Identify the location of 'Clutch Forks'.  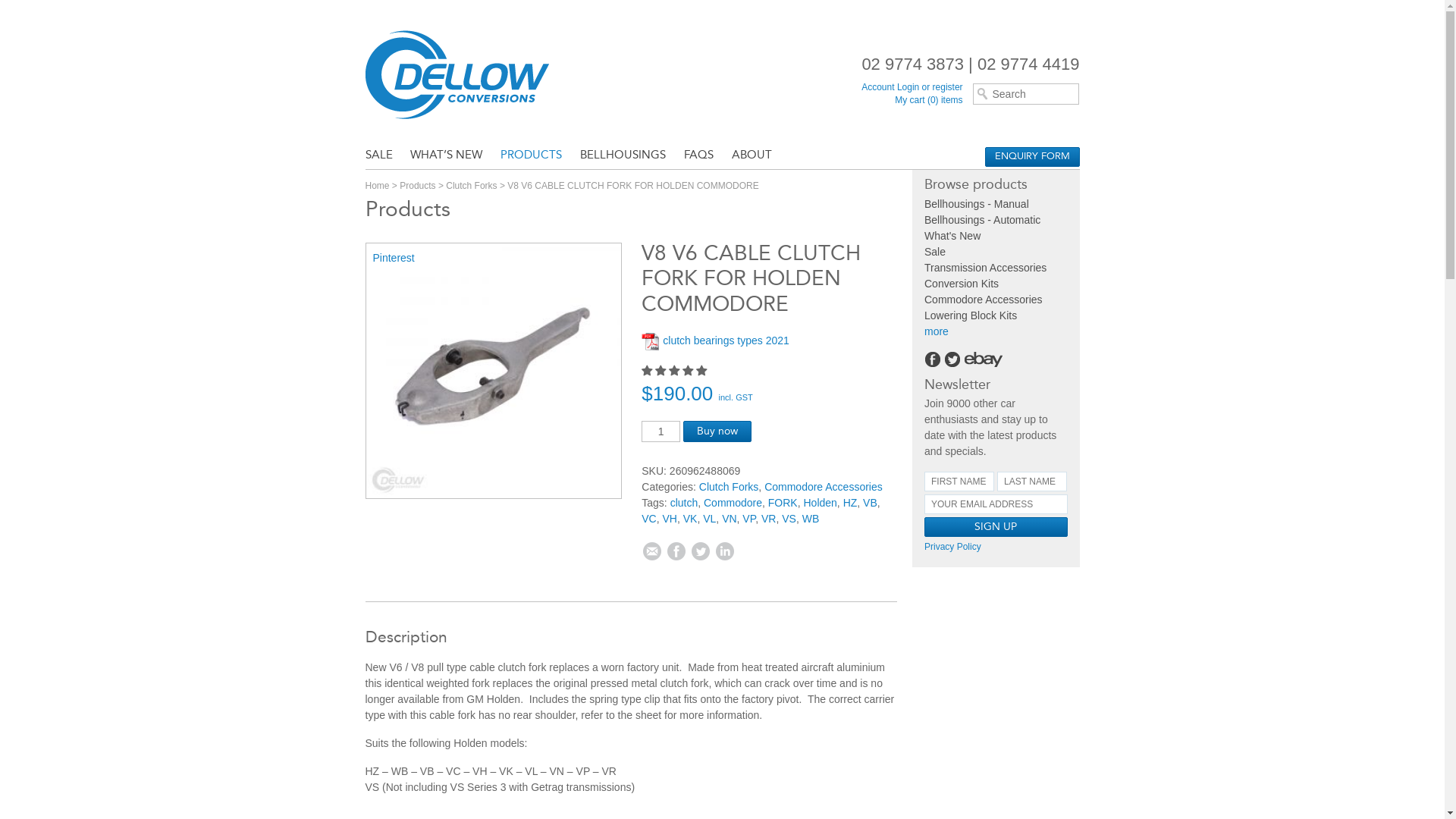
(729, 486).